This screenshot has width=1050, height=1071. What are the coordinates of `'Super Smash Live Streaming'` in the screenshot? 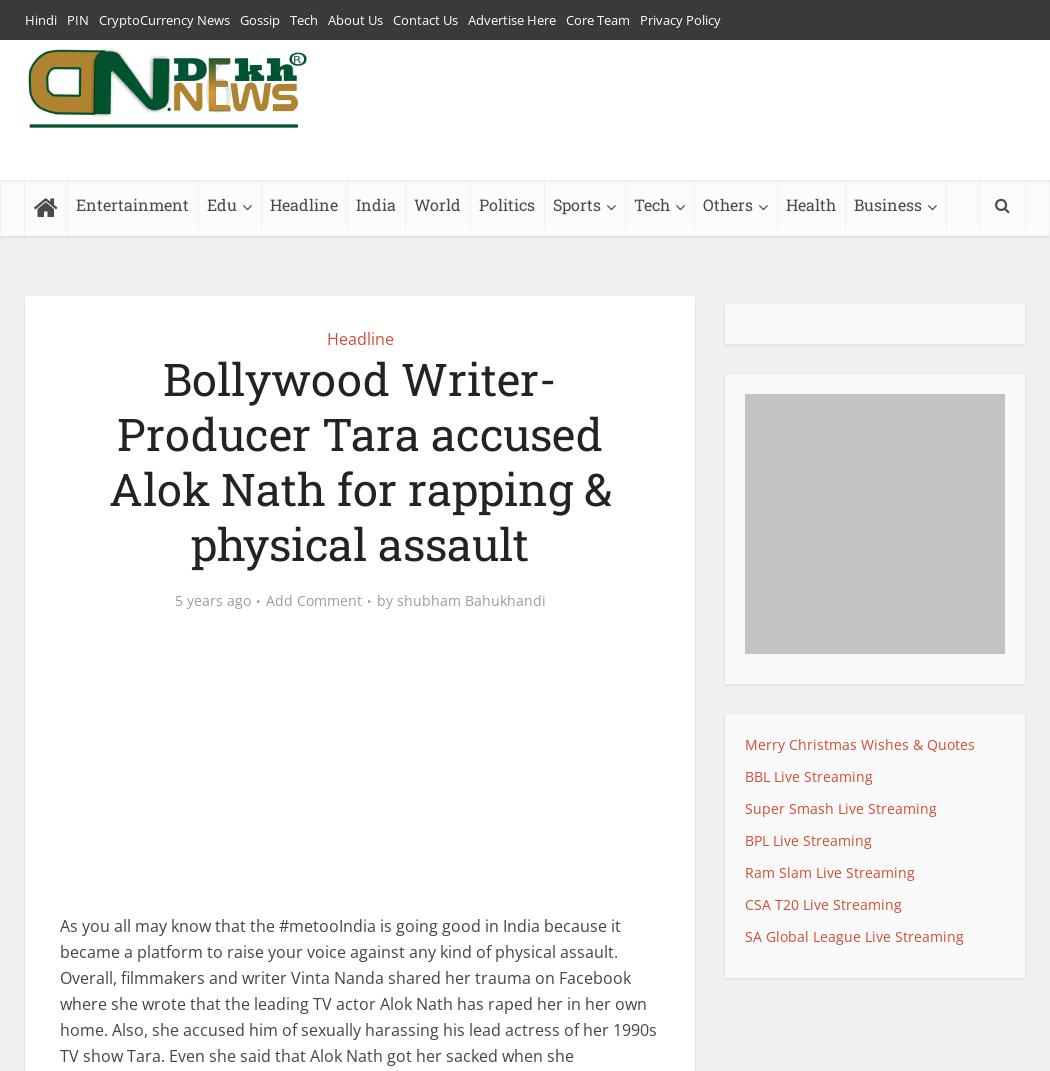 It's located at (841, 806).